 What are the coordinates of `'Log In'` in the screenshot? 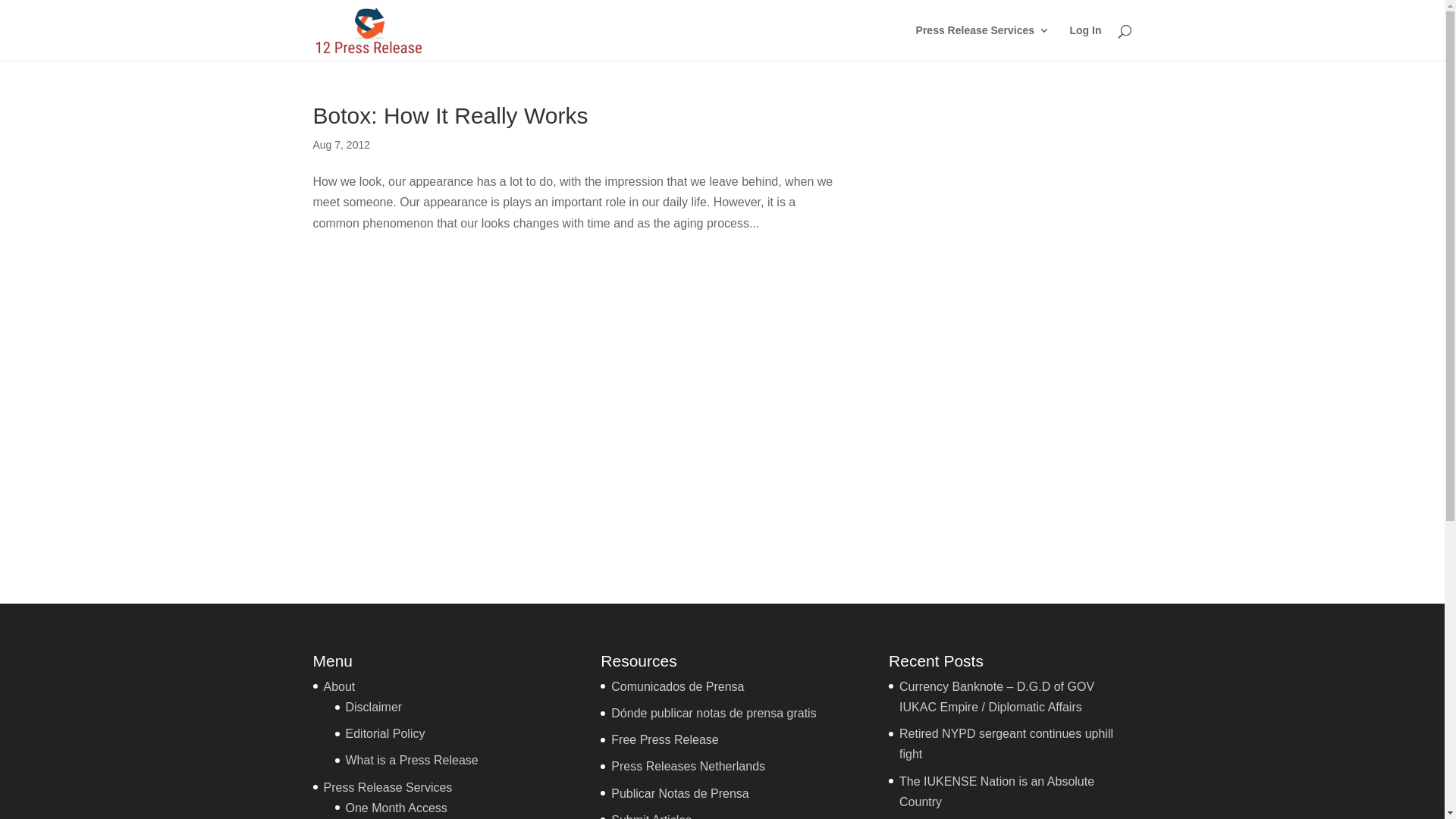 It's located at (1068, 42).